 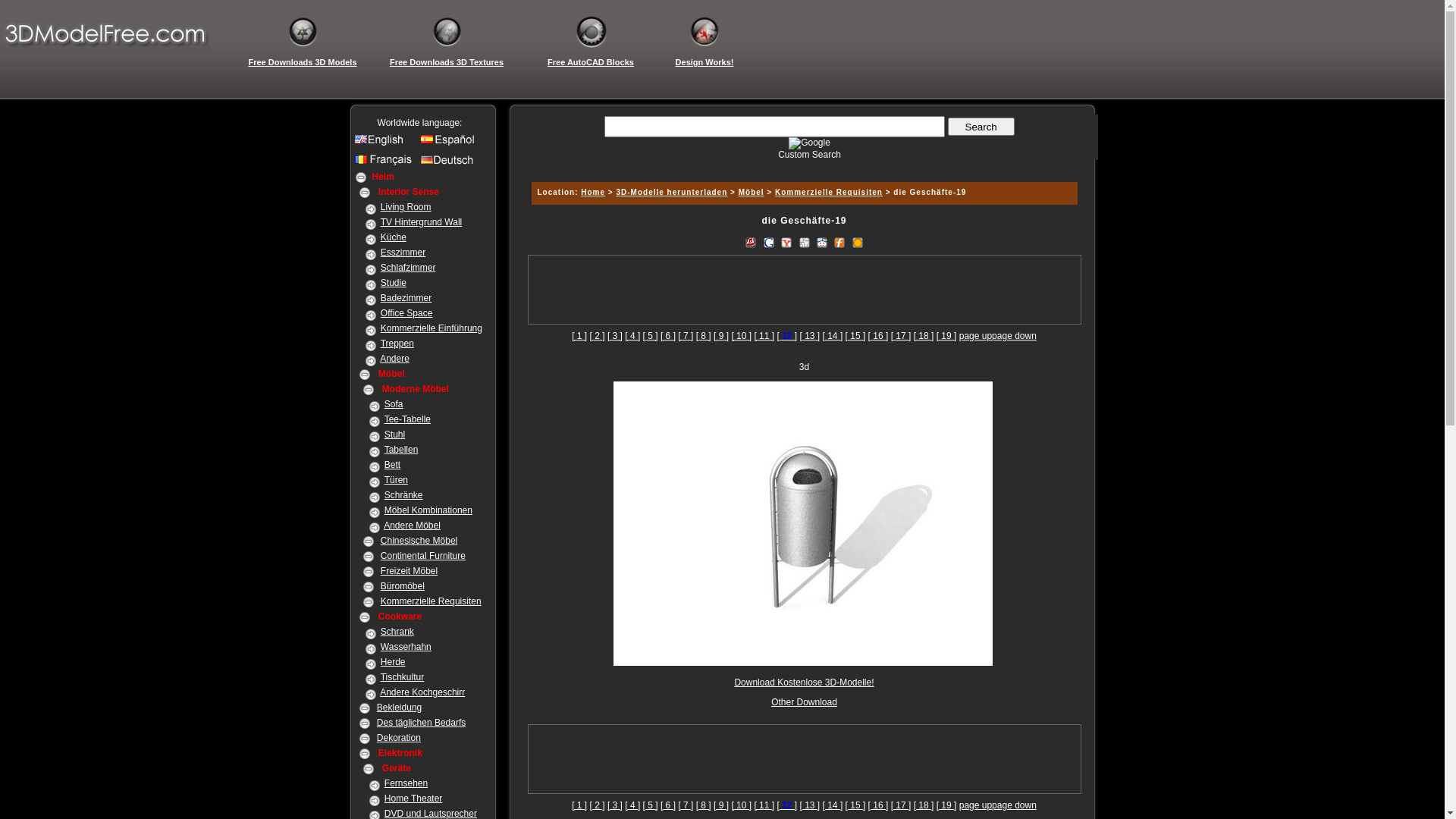 What do you see at coordinates (399, 736) in the screenshot?
I see `'Dekoration'` at bounding box center [399, 736].